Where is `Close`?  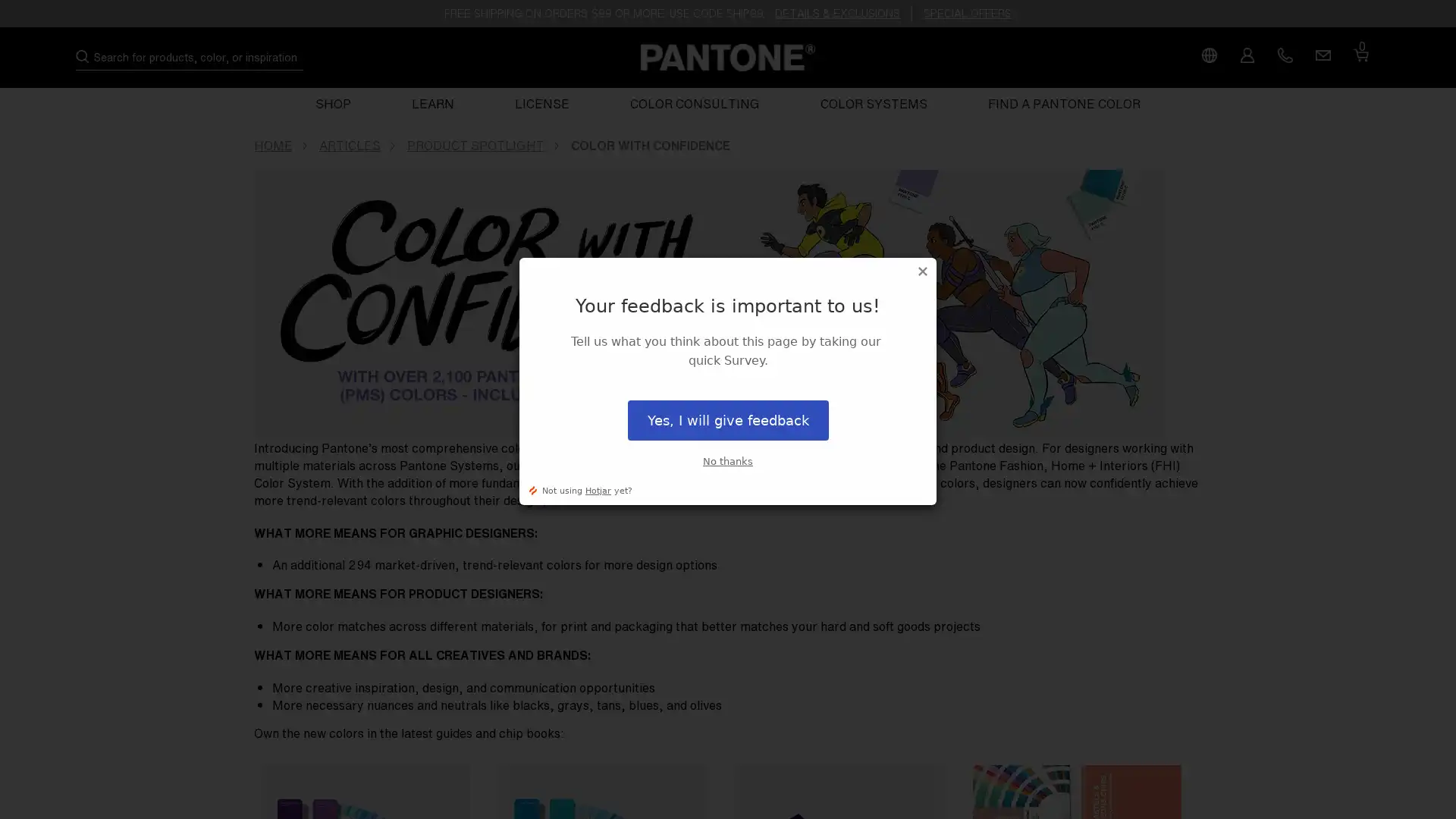 Close is located at coordinates (922, 271).